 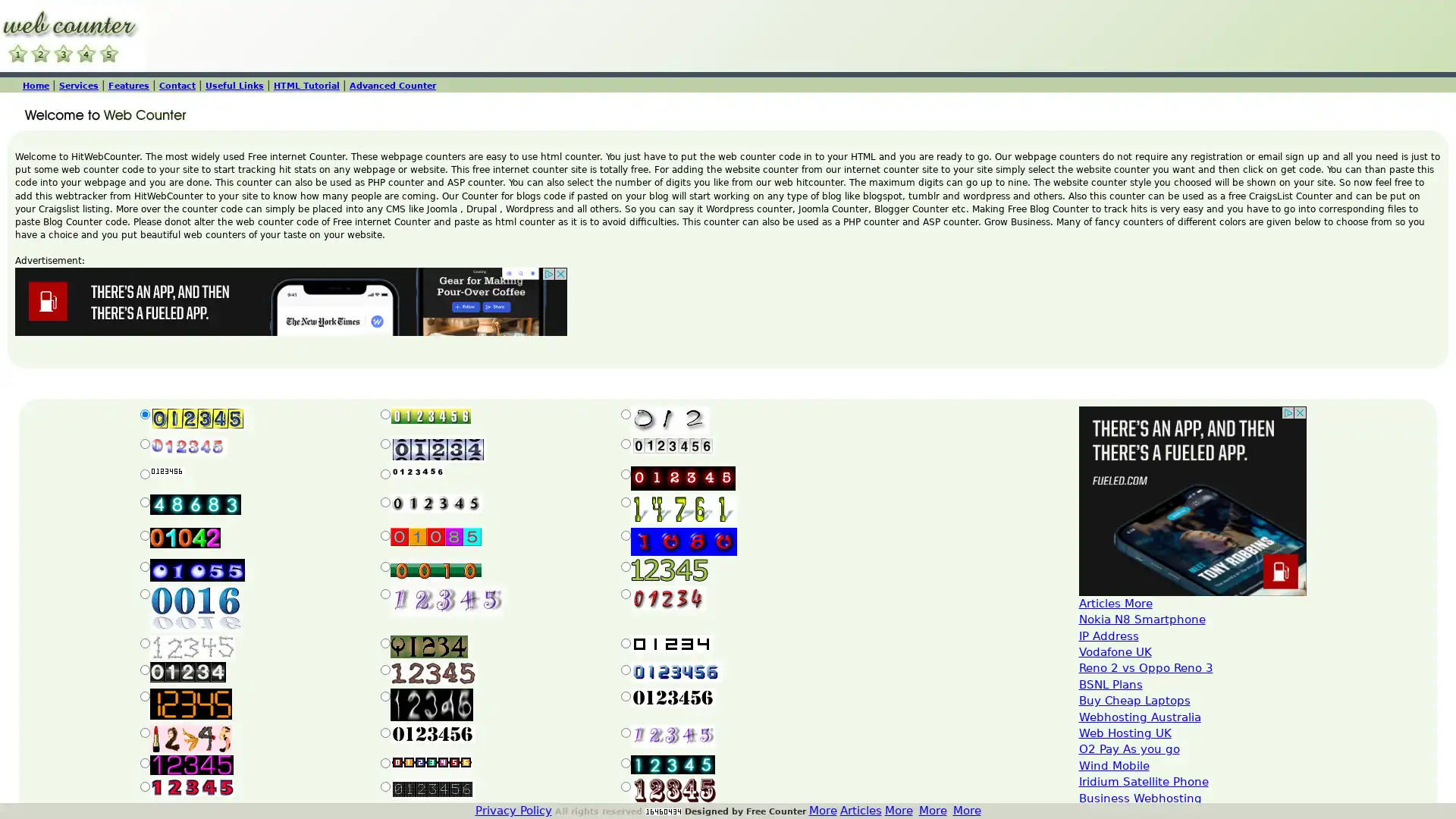 What do you see at coordinates (670, 643) in the screenshot?
I see `Submit` at bounding box center [670, 643].